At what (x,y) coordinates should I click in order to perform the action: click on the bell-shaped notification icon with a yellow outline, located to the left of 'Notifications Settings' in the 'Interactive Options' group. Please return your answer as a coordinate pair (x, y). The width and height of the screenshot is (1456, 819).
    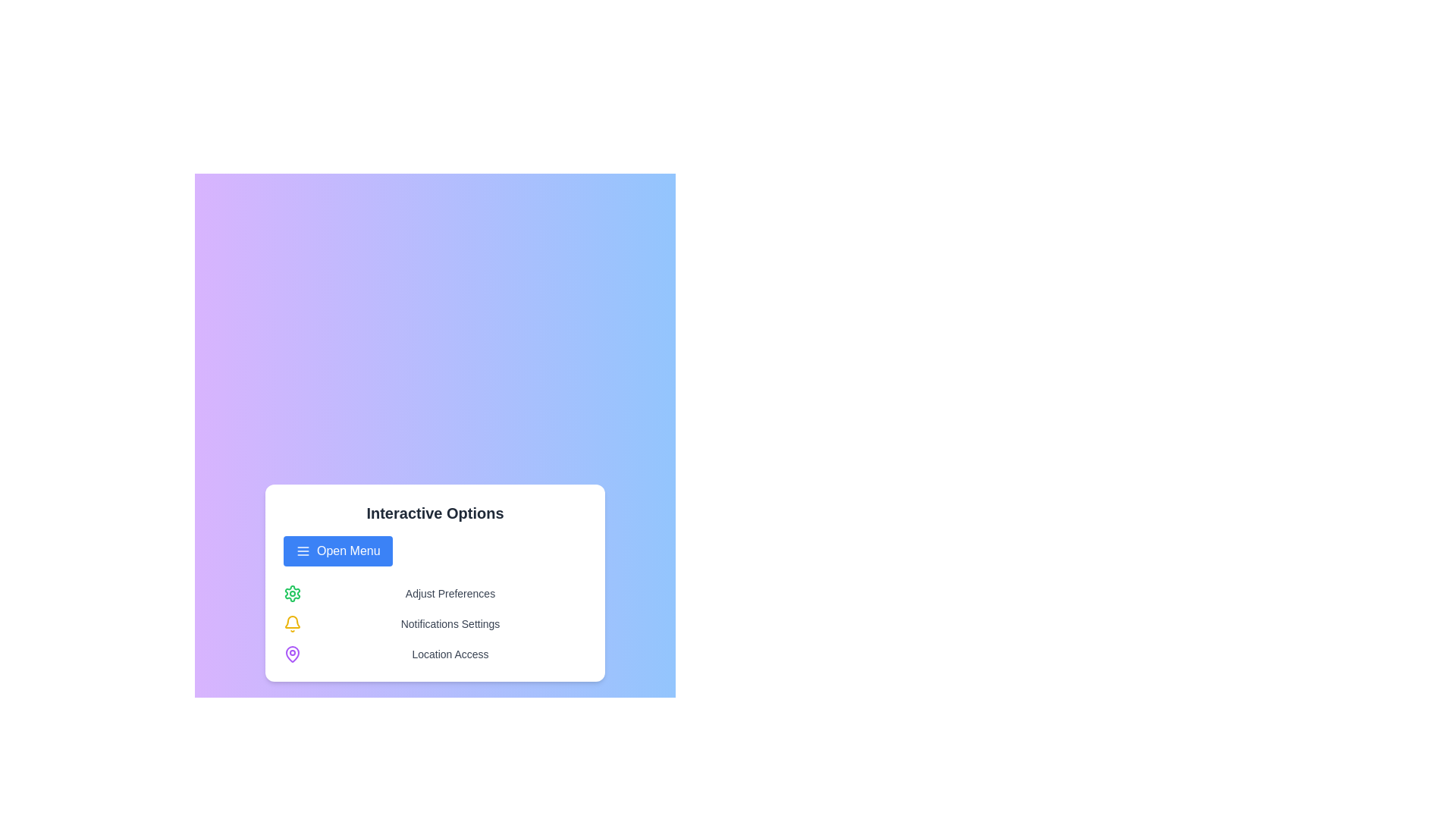
    Looking at the image, I should click on (292, 623).